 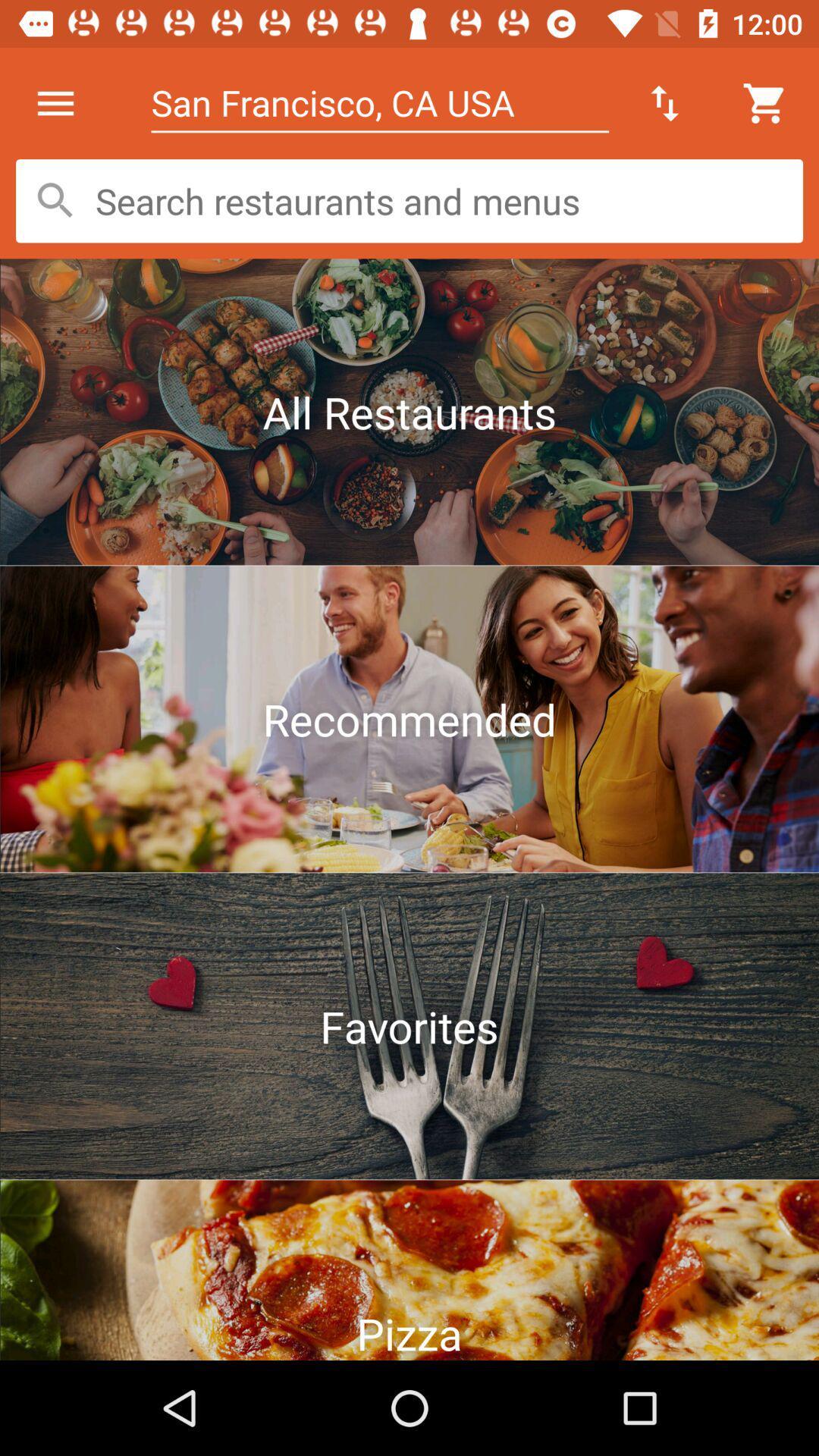 I want to click on the icon to the right of san francisco ca icon, so click(x=664, y=102).